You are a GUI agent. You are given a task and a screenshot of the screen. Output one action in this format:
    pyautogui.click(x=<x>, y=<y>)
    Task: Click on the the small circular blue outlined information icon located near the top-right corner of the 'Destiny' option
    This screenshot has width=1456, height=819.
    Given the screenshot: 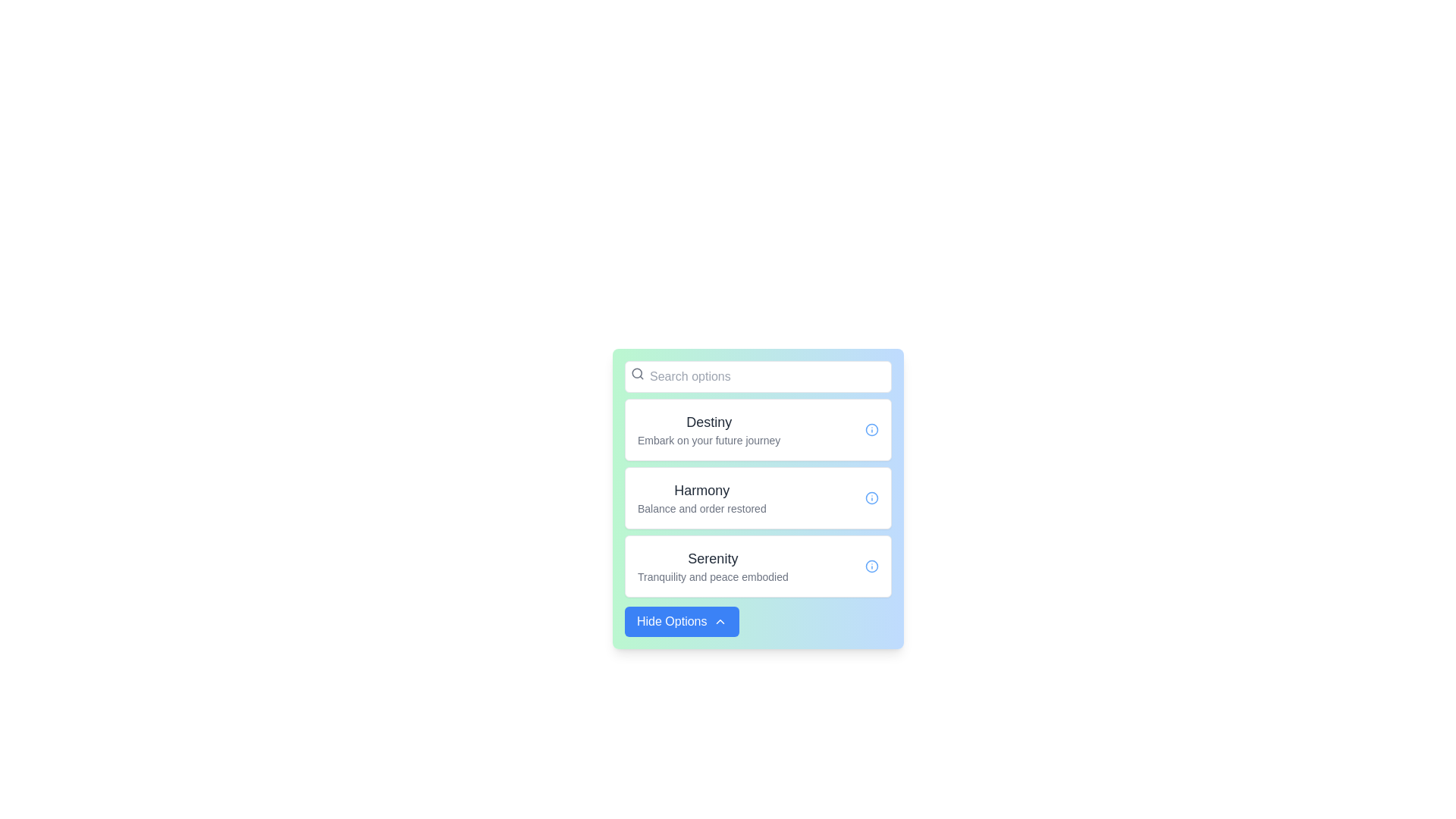 What is the action you would take?
    pyautogui.click(x=872, y=430)
    